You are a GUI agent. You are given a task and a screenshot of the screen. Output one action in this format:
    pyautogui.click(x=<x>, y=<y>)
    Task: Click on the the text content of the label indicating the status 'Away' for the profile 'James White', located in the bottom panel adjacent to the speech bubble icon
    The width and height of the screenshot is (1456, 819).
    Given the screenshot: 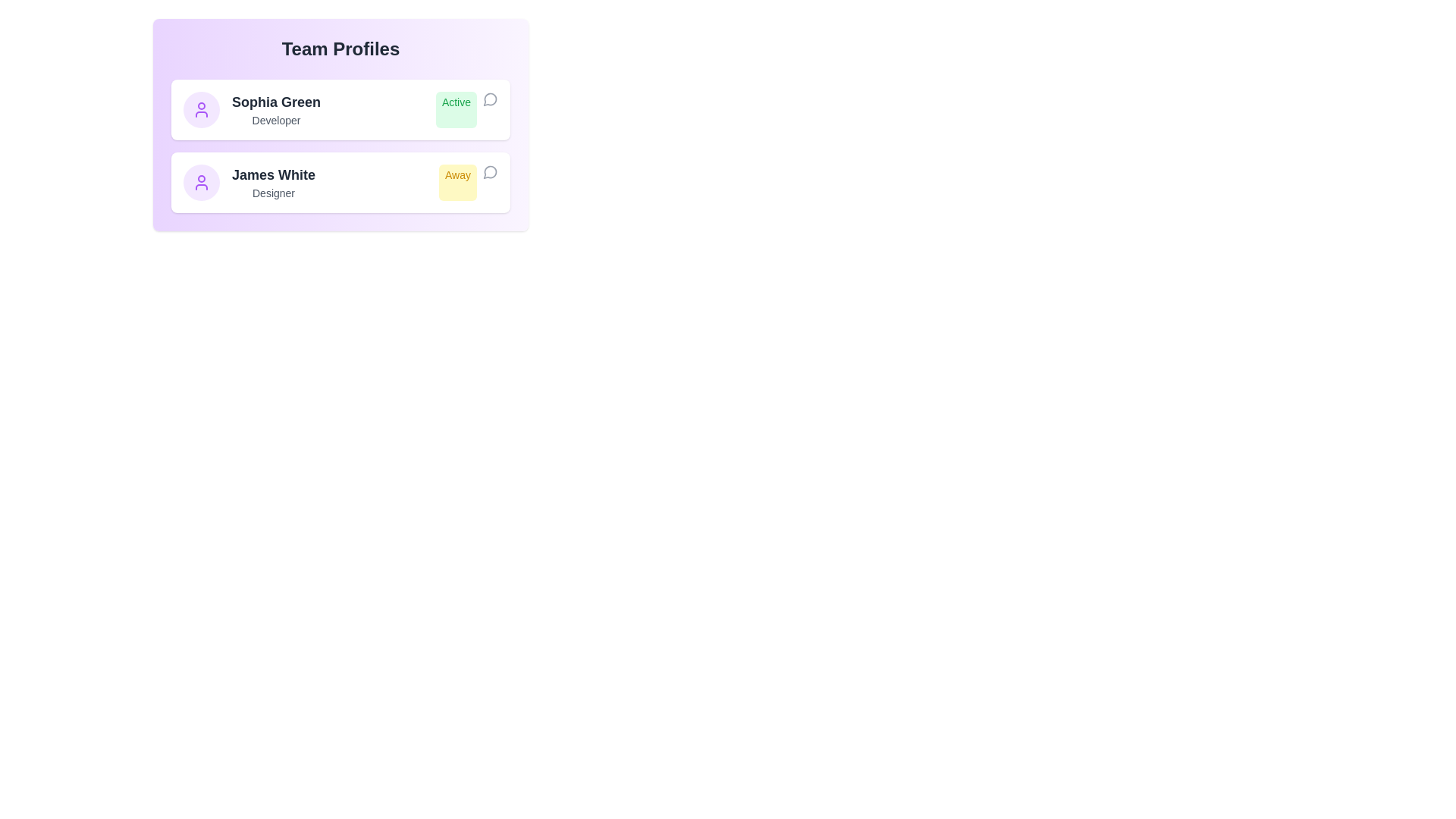 What is the action you would take?
    pyautogui.click(x=468, y=181)
    